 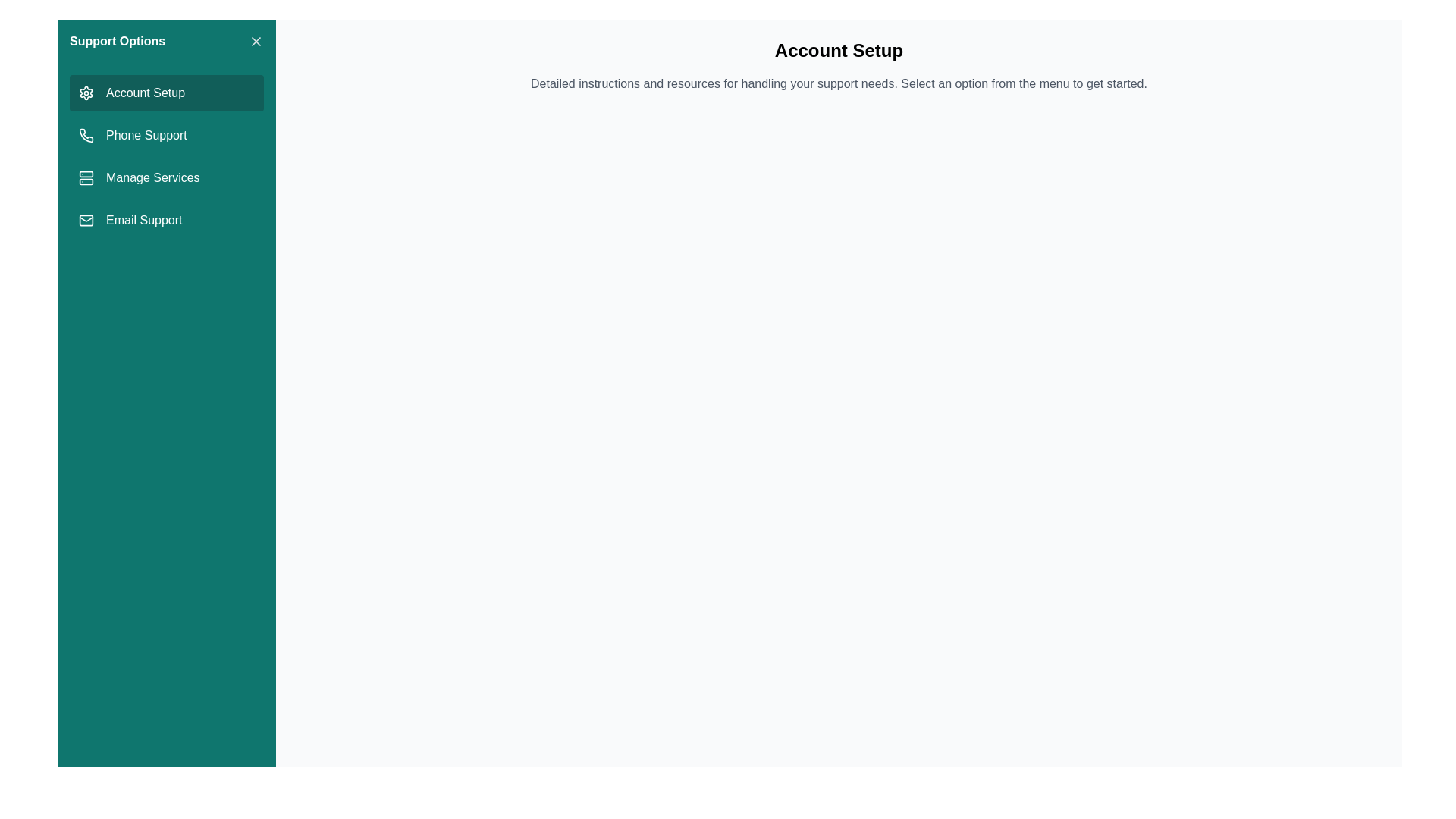 I want to click on the gear icon for settings located next to 'Account Setup' in the left-side navigation menu, so click(x=86, y=93).